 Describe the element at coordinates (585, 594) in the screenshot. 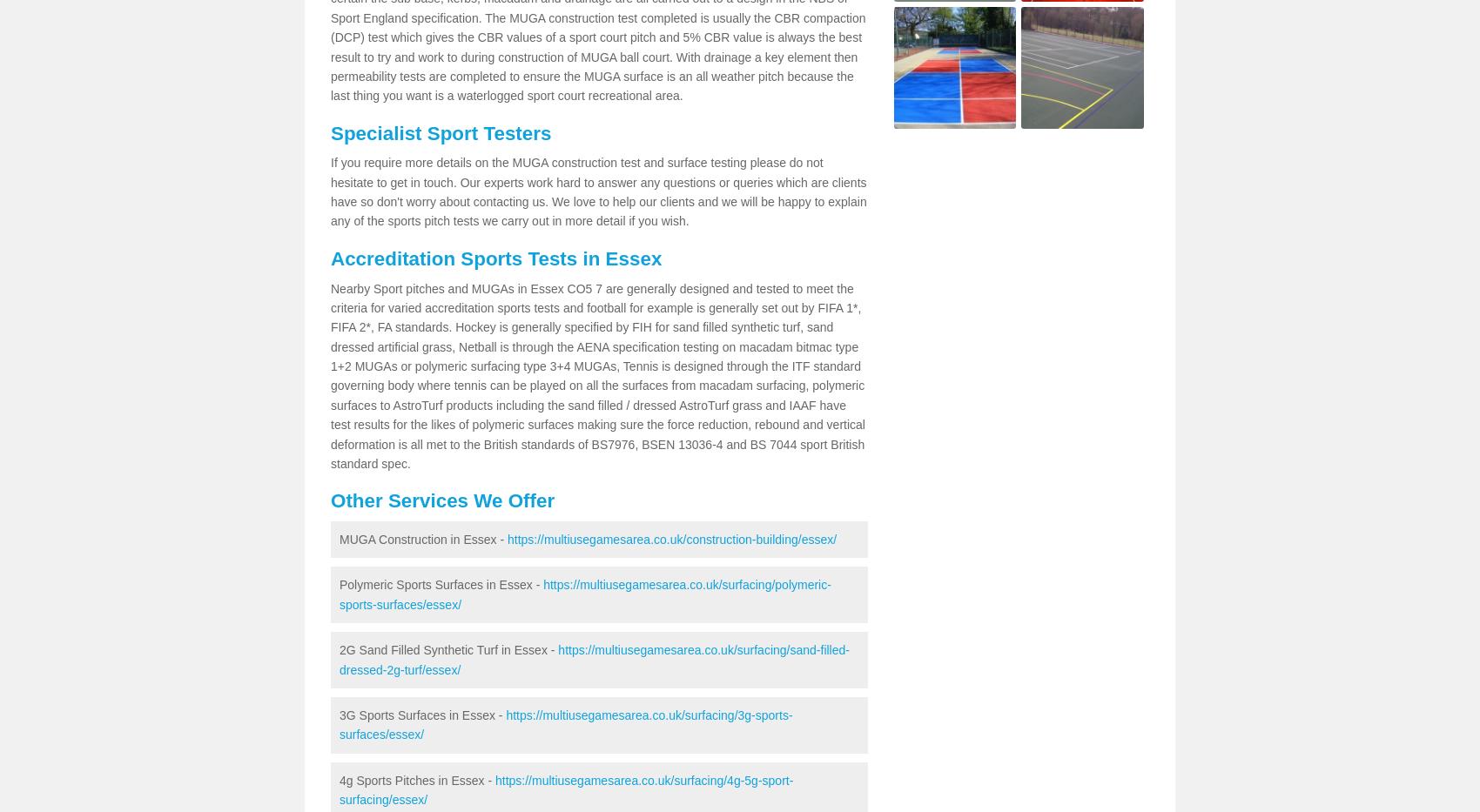

I see `'https://multiusegamesarea.co.uk/surfacing/polymeric-sports-surfaces/essex/'` at that location.